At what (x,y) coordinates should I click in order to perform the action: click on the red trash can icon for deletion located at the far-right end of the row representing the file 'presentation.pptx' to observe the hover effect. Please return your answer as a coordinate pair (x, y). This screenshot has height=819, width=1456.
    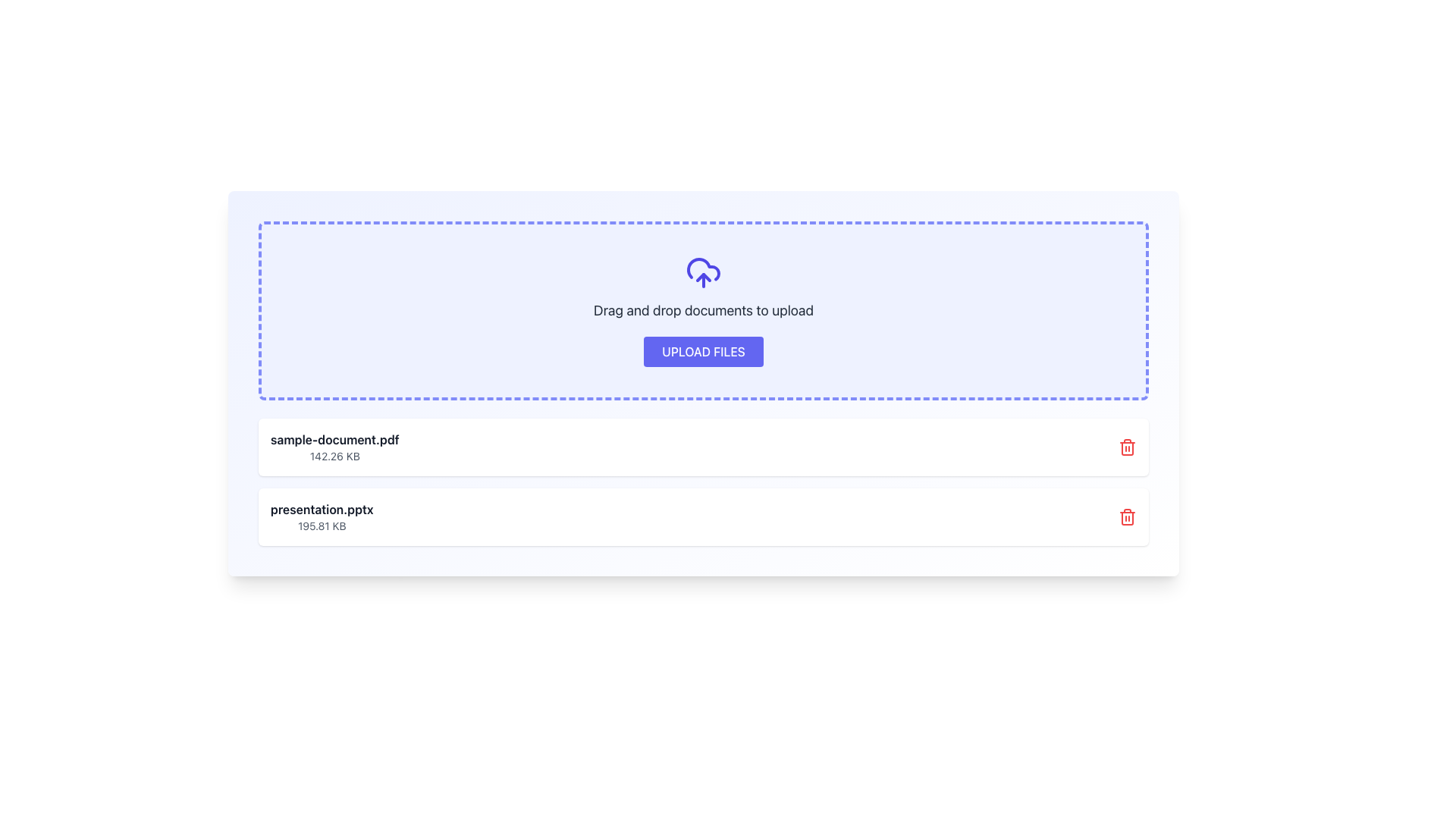
    Looking at the image, I should click on (1128, 516).